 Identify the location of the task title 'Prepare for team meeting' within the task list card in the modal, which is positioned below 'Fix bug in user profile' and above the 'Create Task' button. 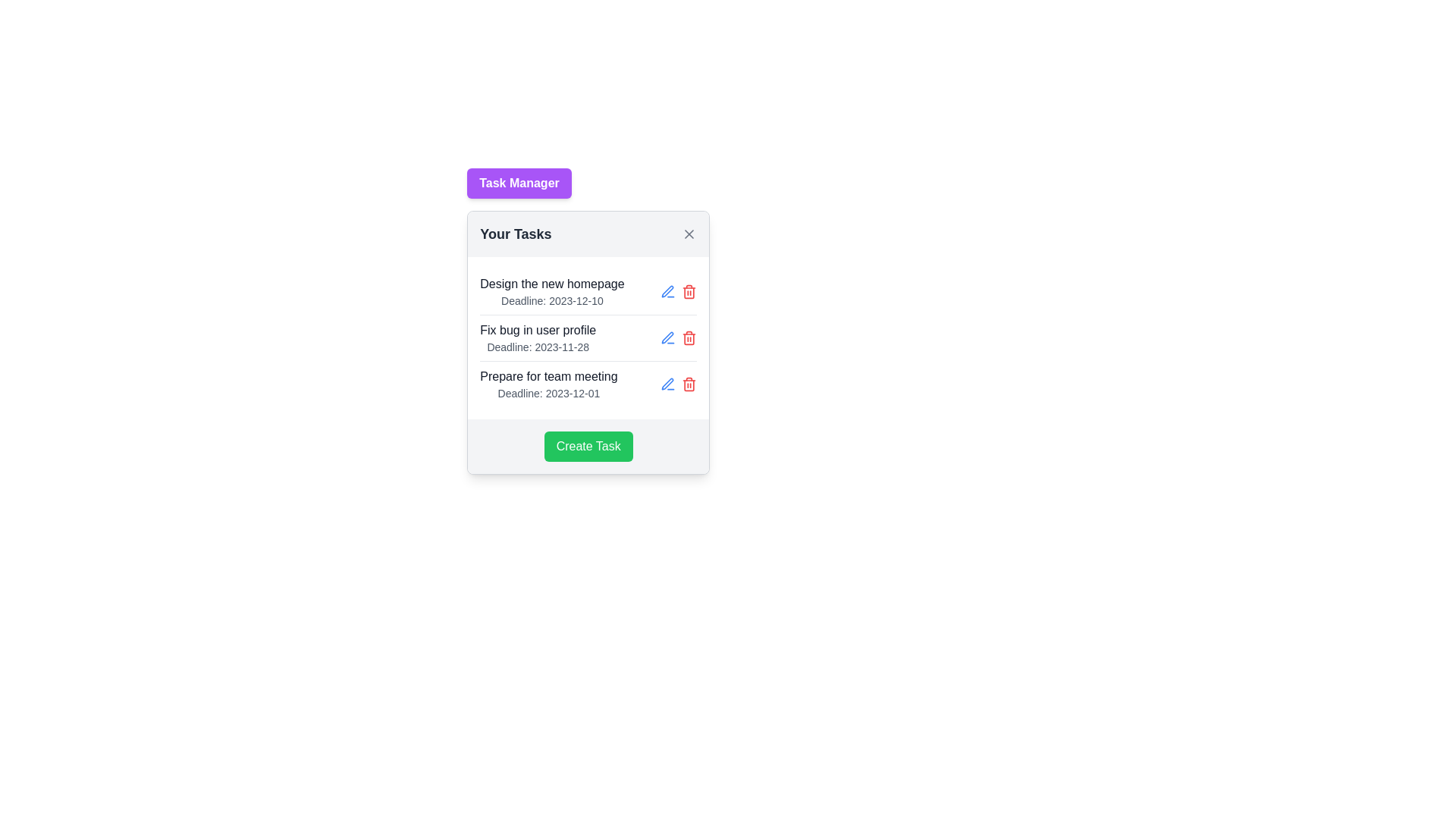
(548, 383).